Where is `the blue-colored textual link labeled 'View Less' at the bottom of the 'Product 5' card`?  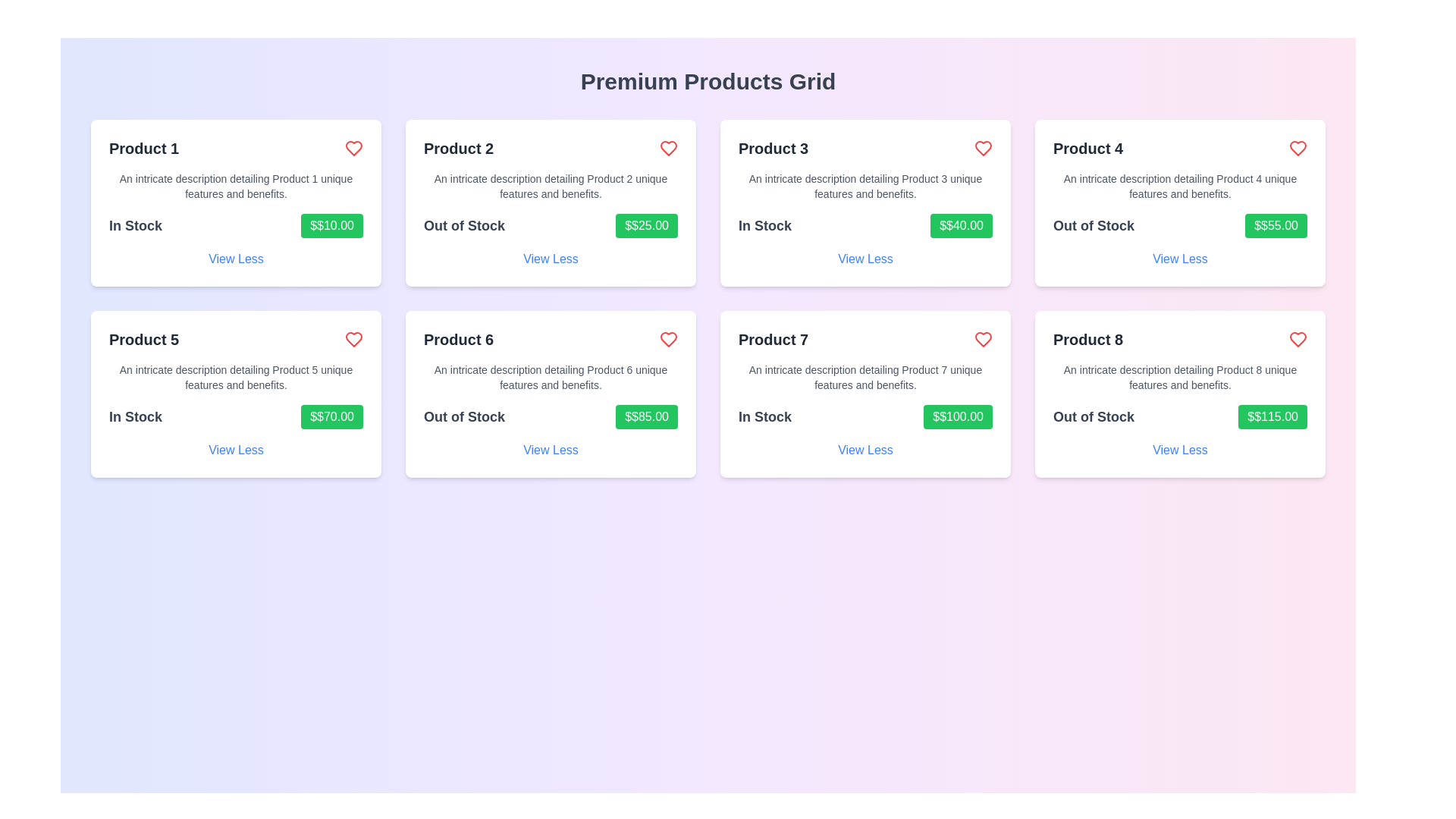
the blue-colored textual link labeled 'View Less' at the bottom of the 'Product 5' card is located at coordinates (235, 450).